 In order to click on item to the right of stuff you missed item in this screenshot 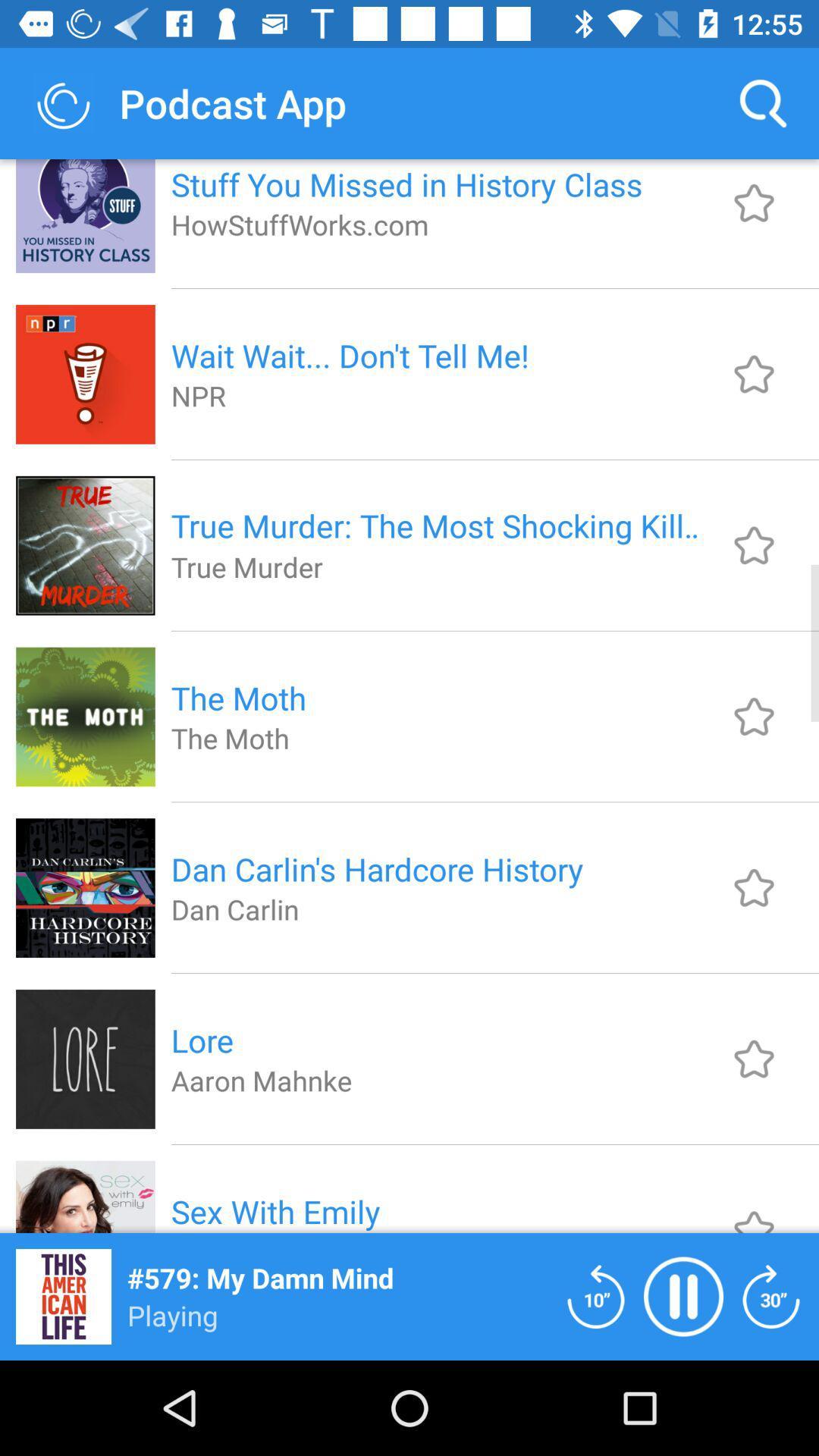, I will do `click(763, 102)`.